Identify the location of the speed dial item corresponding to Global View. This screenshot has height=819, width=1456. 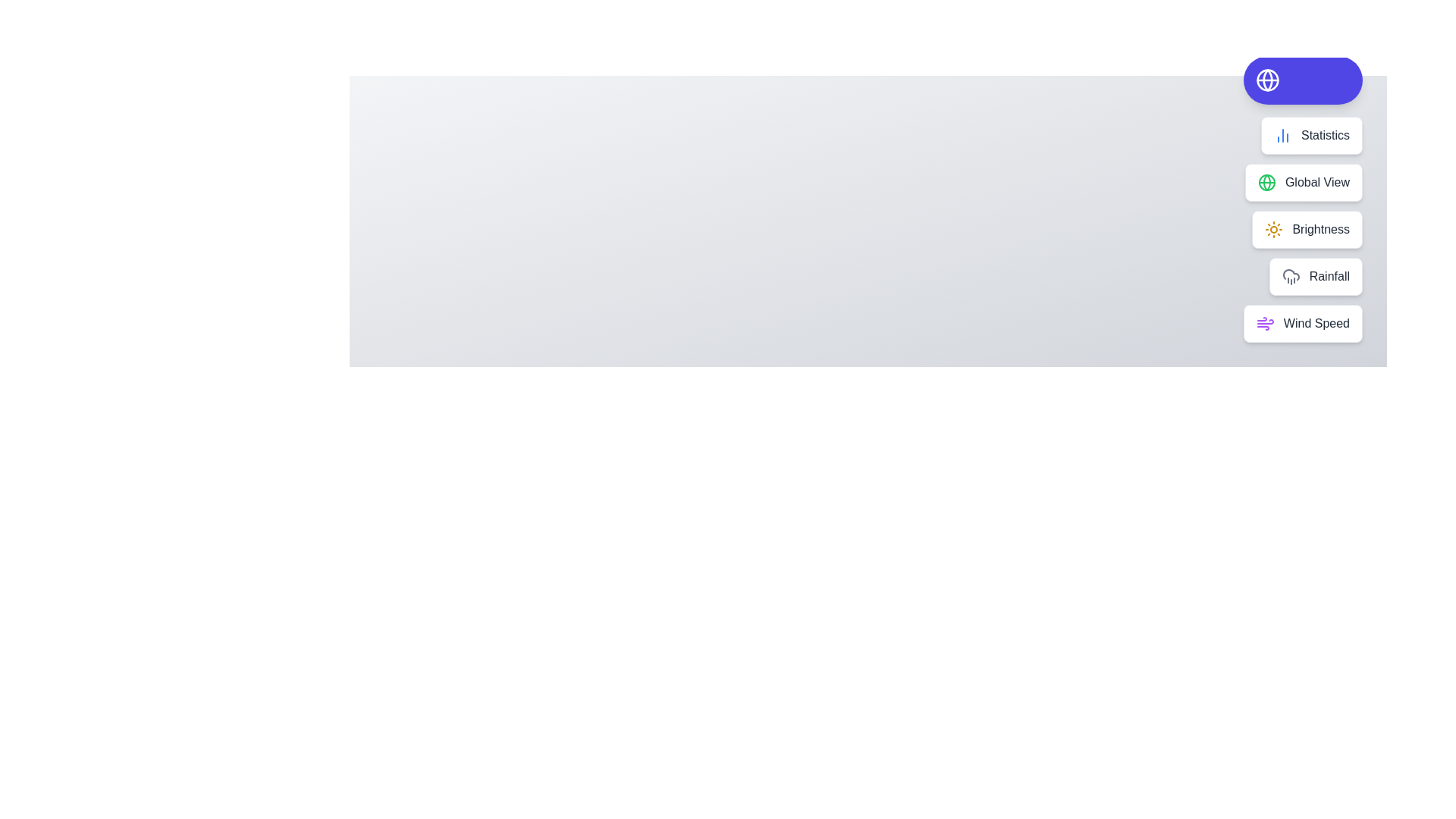
(1303, 181).